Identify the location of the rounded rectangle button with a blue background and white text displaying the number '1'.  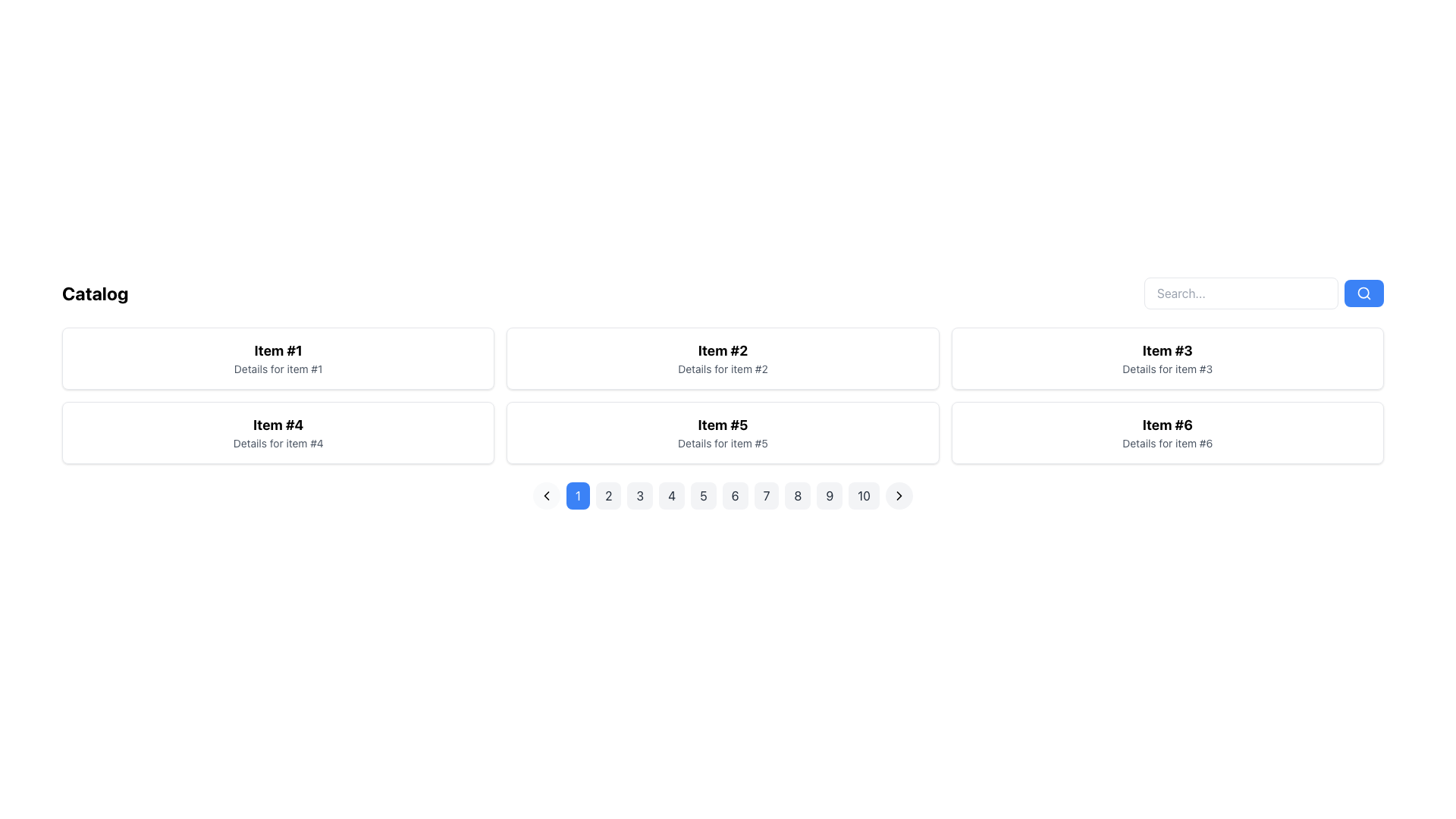
(577, 496).